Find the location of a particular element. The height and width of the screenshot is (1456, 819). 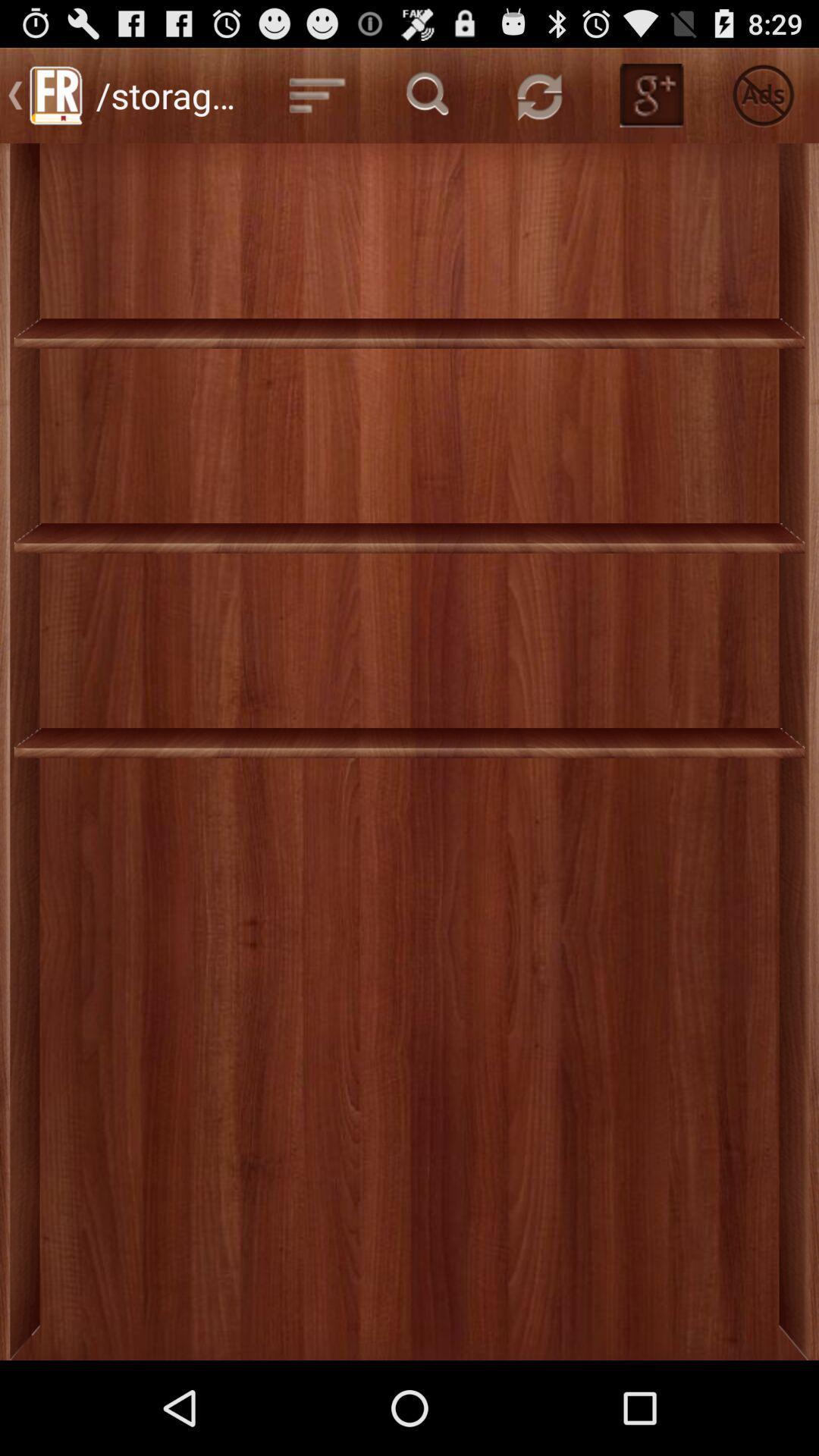

the first button beside storage is located at coordinates (316, 94).